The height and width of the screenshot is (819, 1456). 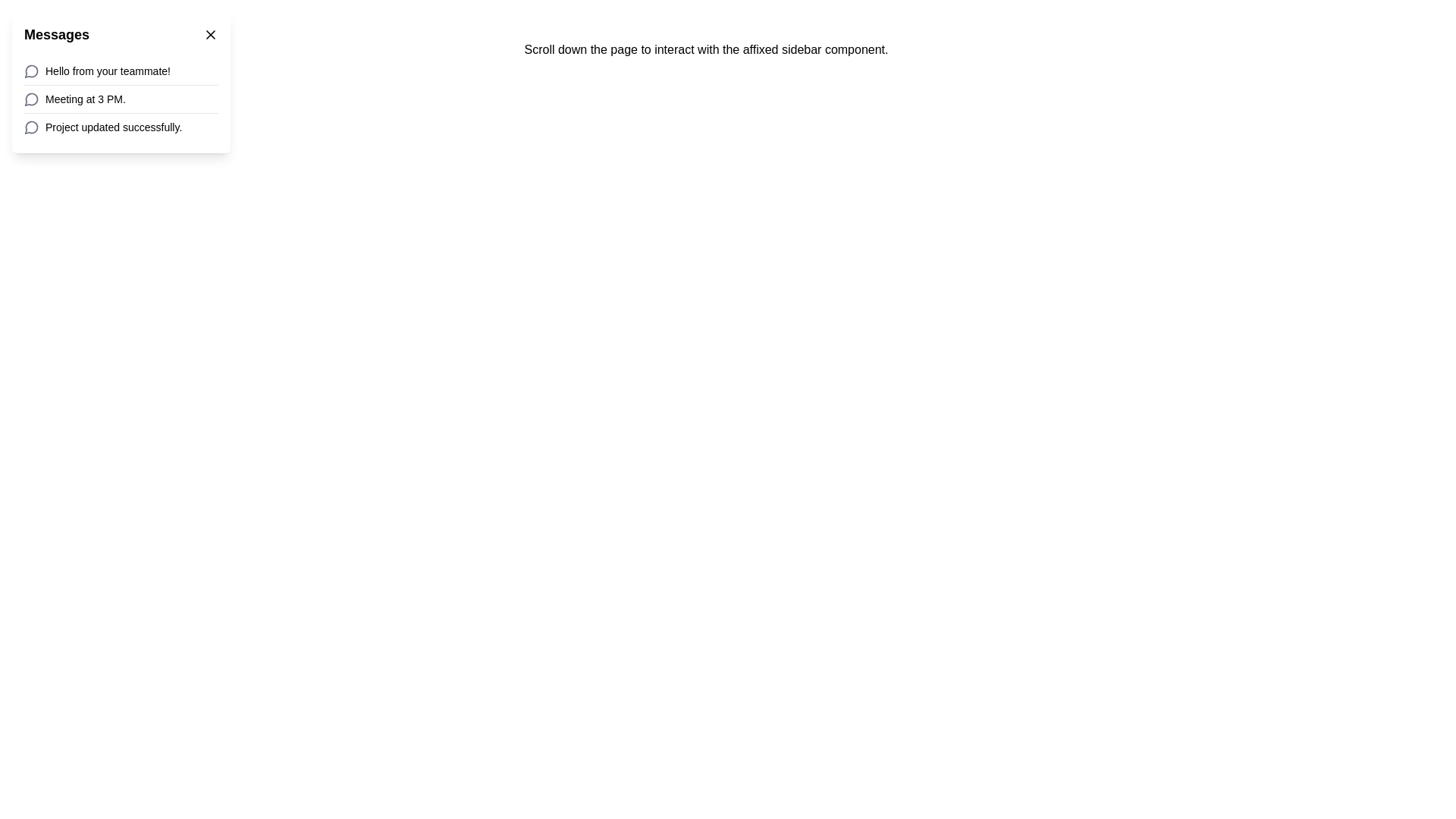 What do you see at coordinates (107, 71) in the screenshot?
I see `the first text message in the sidebar under the 'Messages' title, which serves as a notification for collaborative updates` at bounding box center [107, 71].